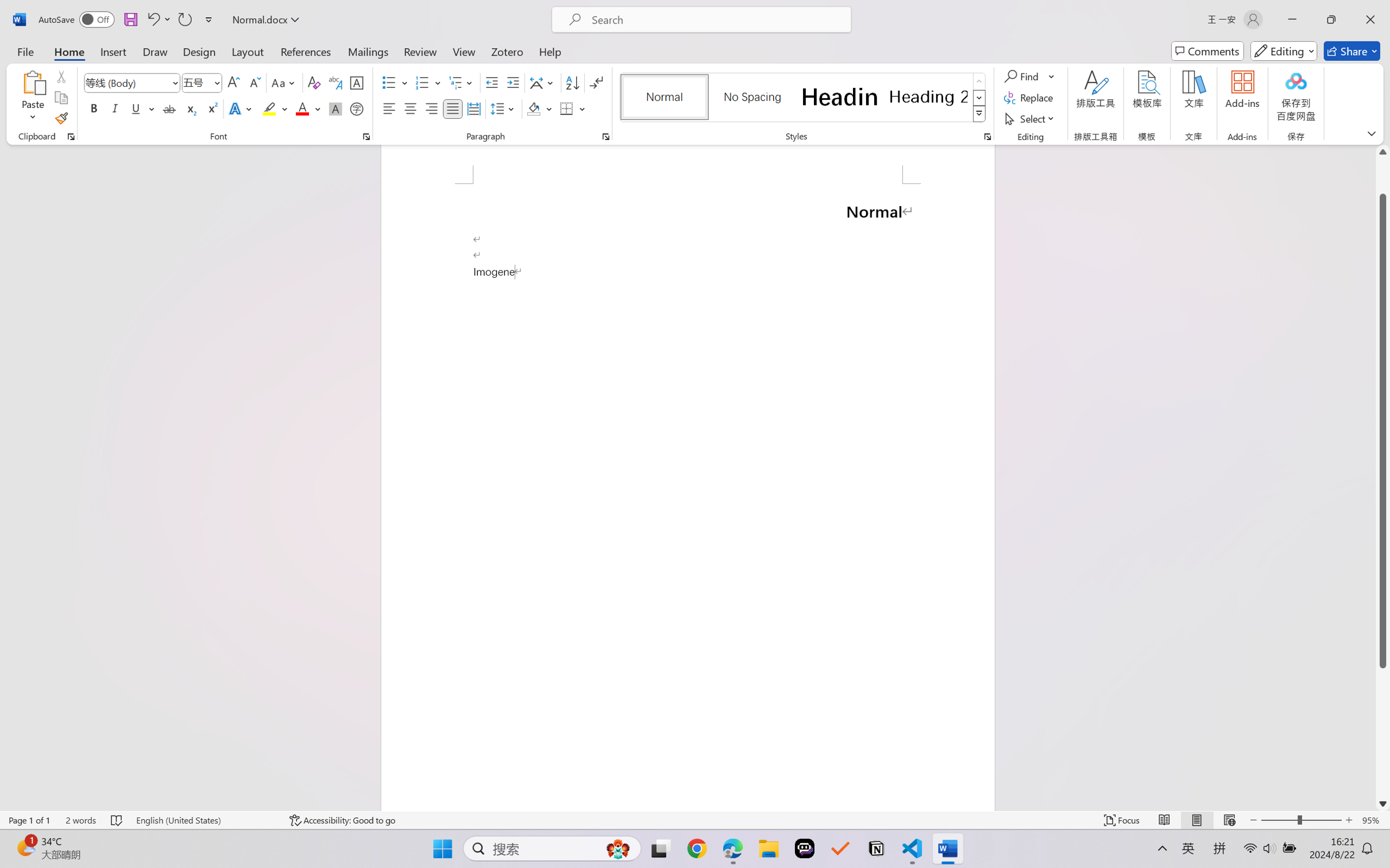  I want to click on 'Font...', so click(366, 136).